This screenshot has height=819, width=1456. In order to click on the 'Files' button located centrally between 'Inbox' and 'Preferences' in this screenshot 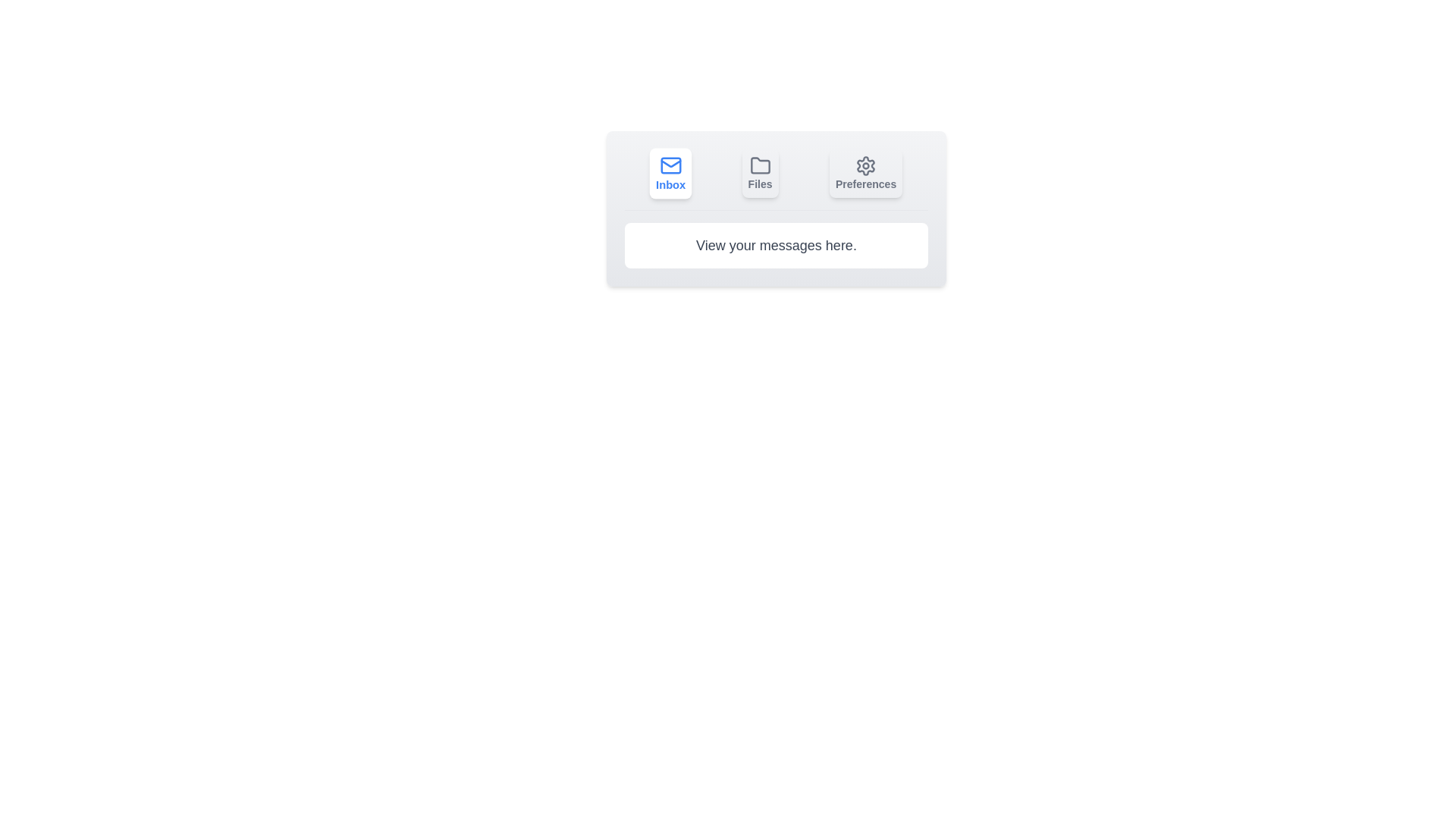, I will do `click(760, 172)`.